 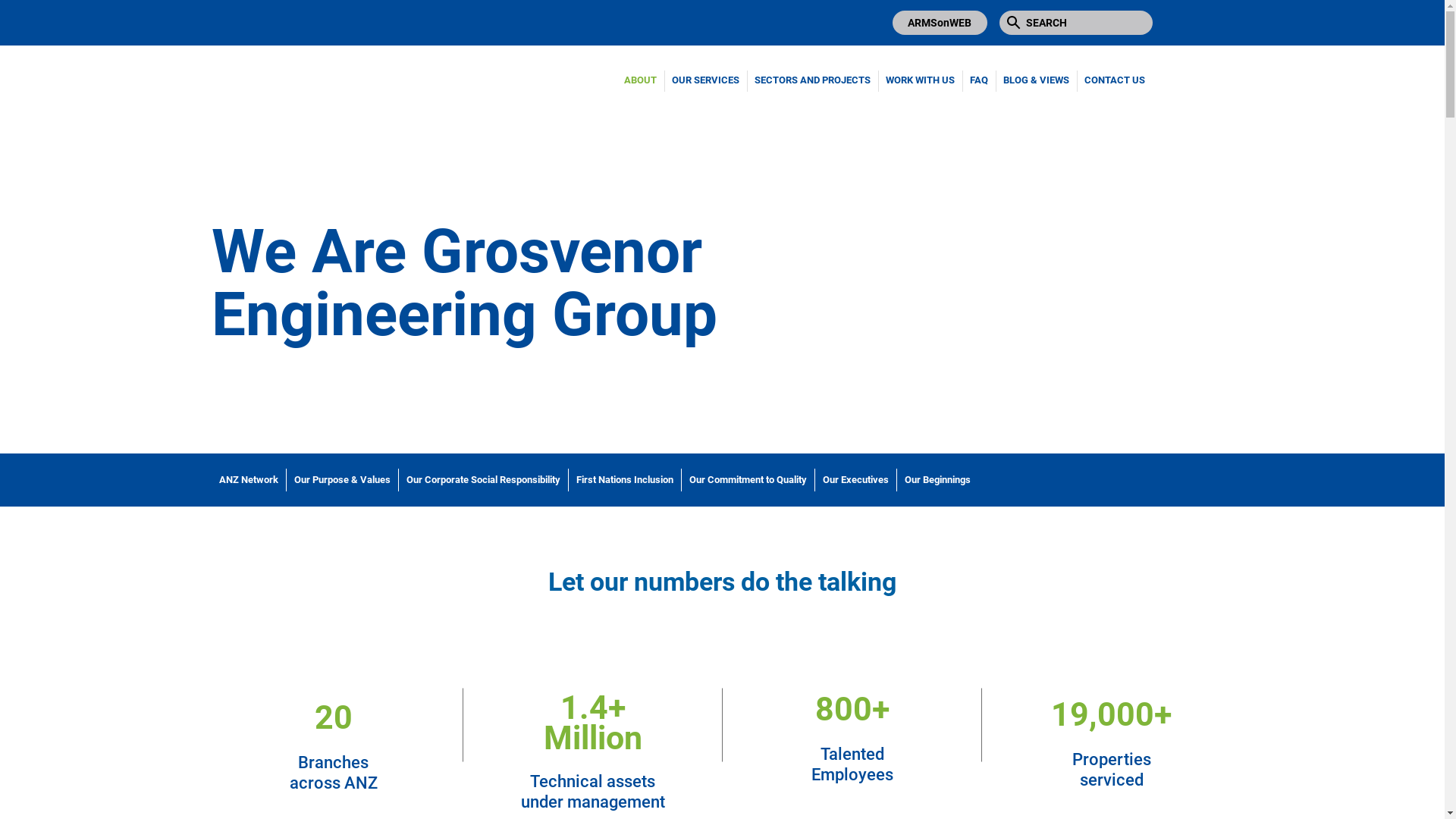 What do you see at coordinates (938, 23) in the screenshot?
I see `'ARMSonWEB'` at bounding box center [938, 23].